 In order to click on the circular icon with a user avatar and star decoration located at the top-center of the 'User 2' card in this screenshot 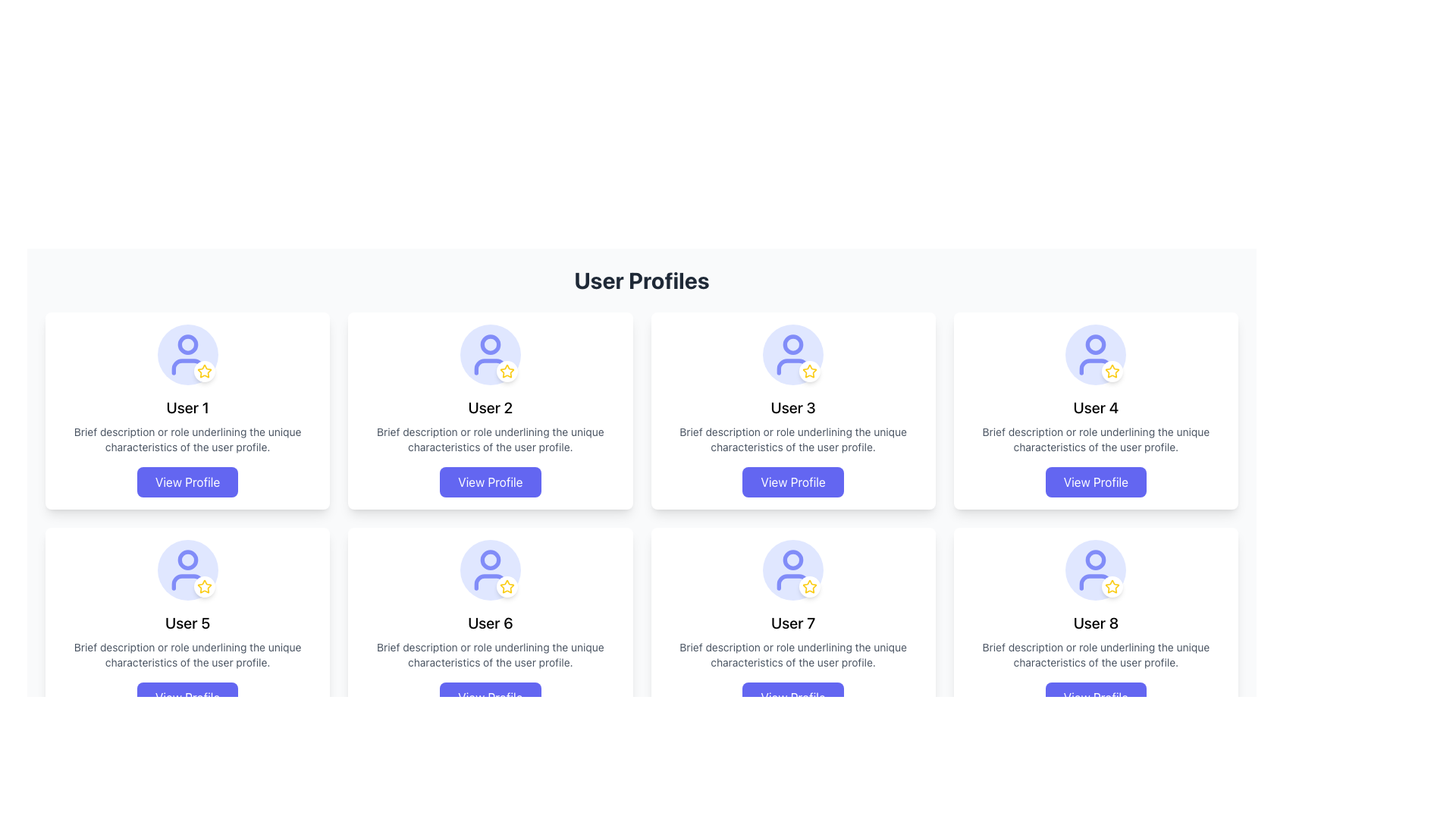, I will do `click(490, 354)`.